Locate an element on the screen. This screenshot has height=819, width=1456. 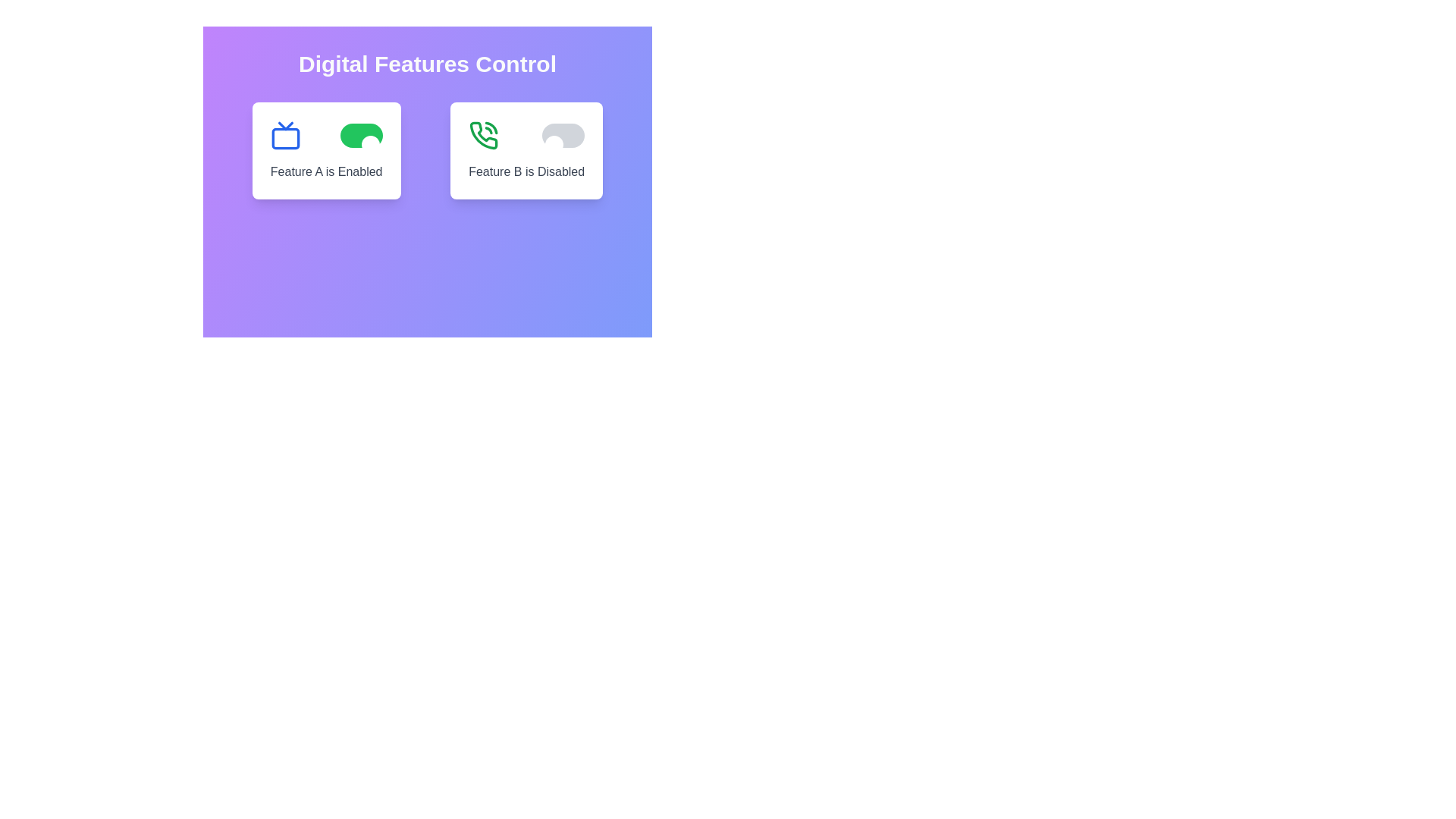
the phone call icon located within the 'Feature B is Disabled' card on the right side, which signifies call-related functionality is located at coordinates (491, 127).